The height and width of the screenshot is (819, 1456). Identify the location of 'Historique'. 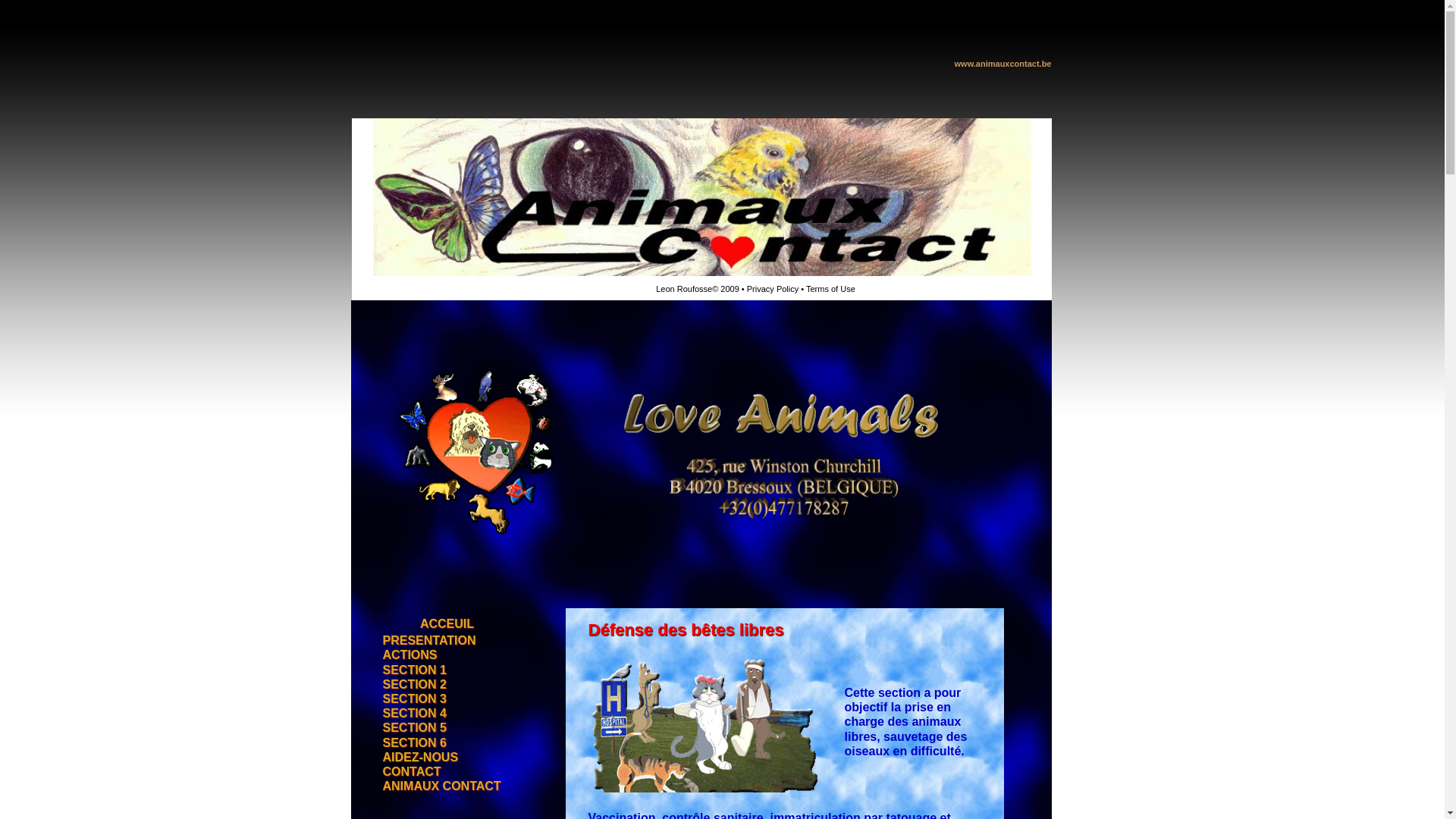
(442, 357).